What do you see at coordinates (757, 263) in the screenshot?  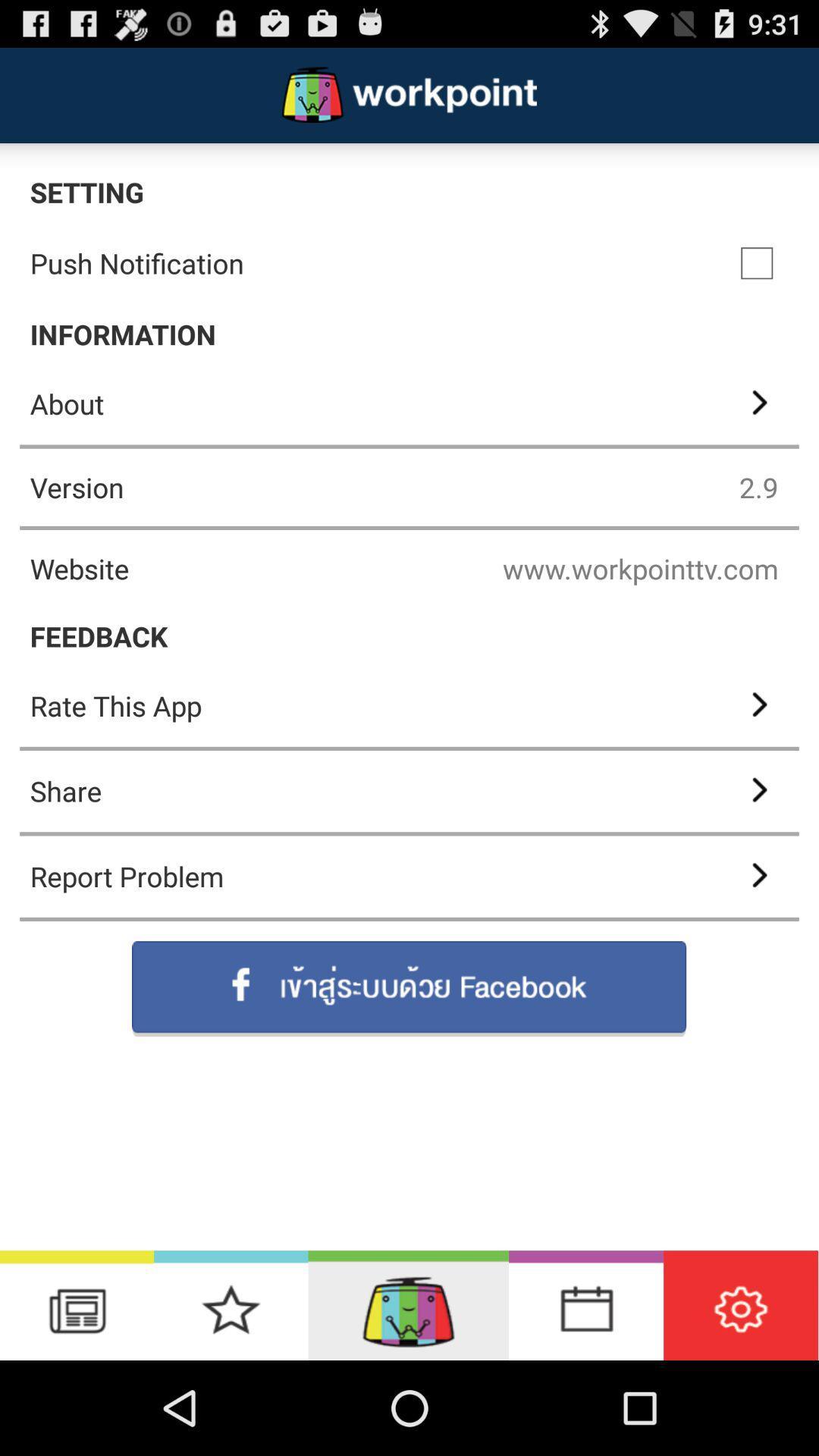 I see `app below setting` at bounding box center [757, 263].